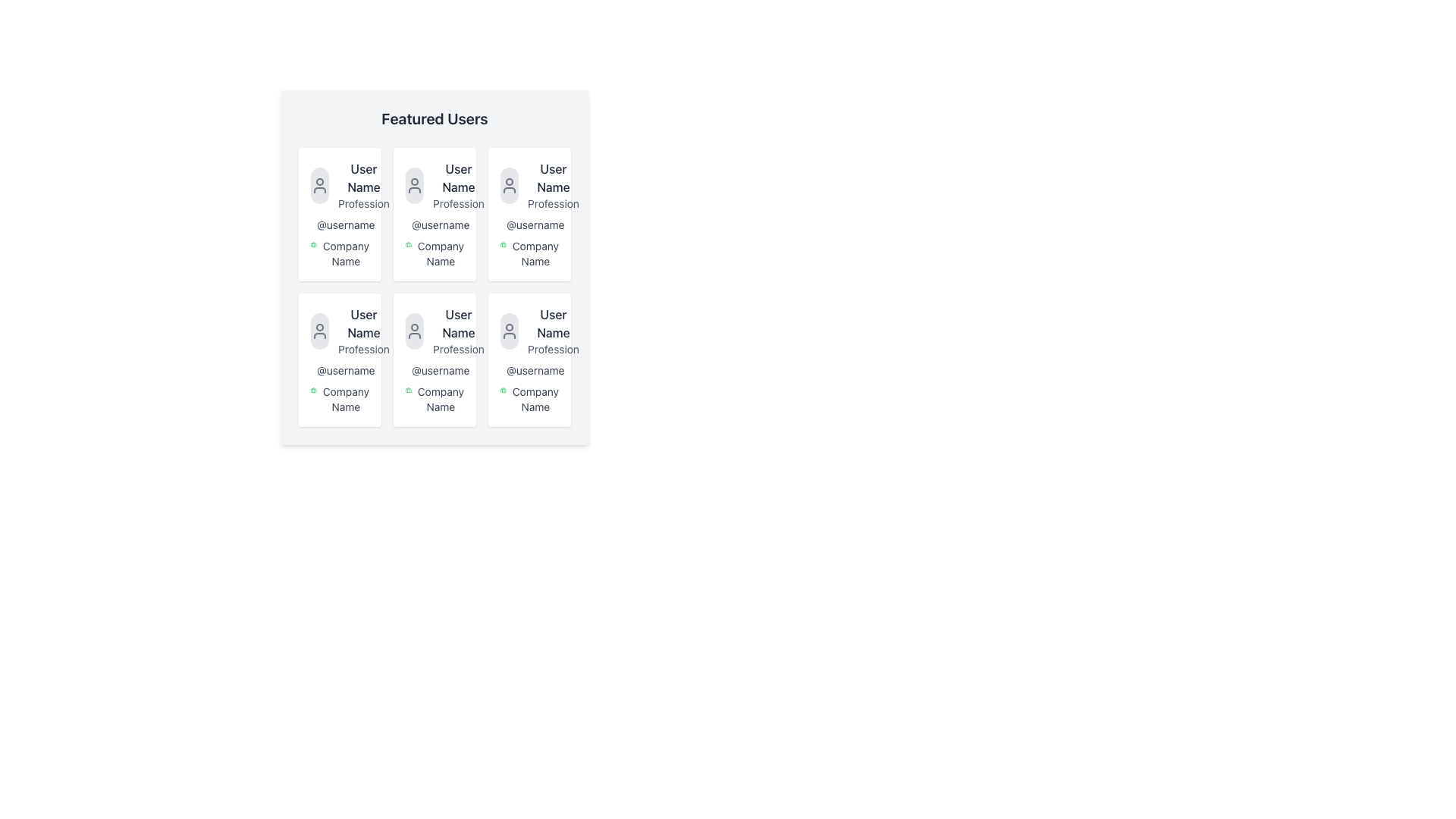  Describe the element at coordinates (345, 253) in the screenshot. I see `text label displaying 'Company Name' located at the bottom of the first user card in the 'Featured Users' grid` at that location.